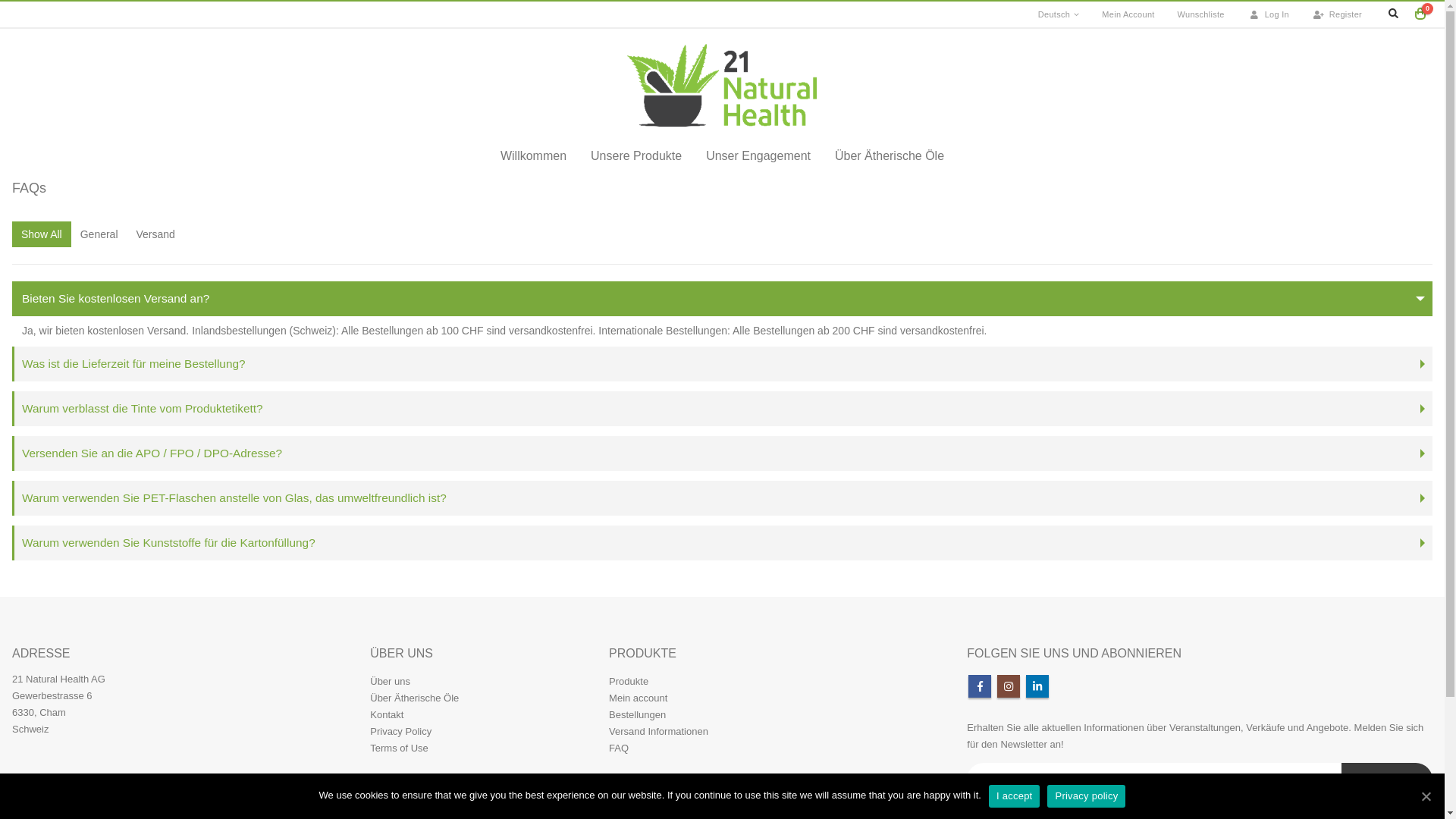  Describe the element at coordinates (1085, 795) in the screenshot. I see `'Privacy policy'` at that location.